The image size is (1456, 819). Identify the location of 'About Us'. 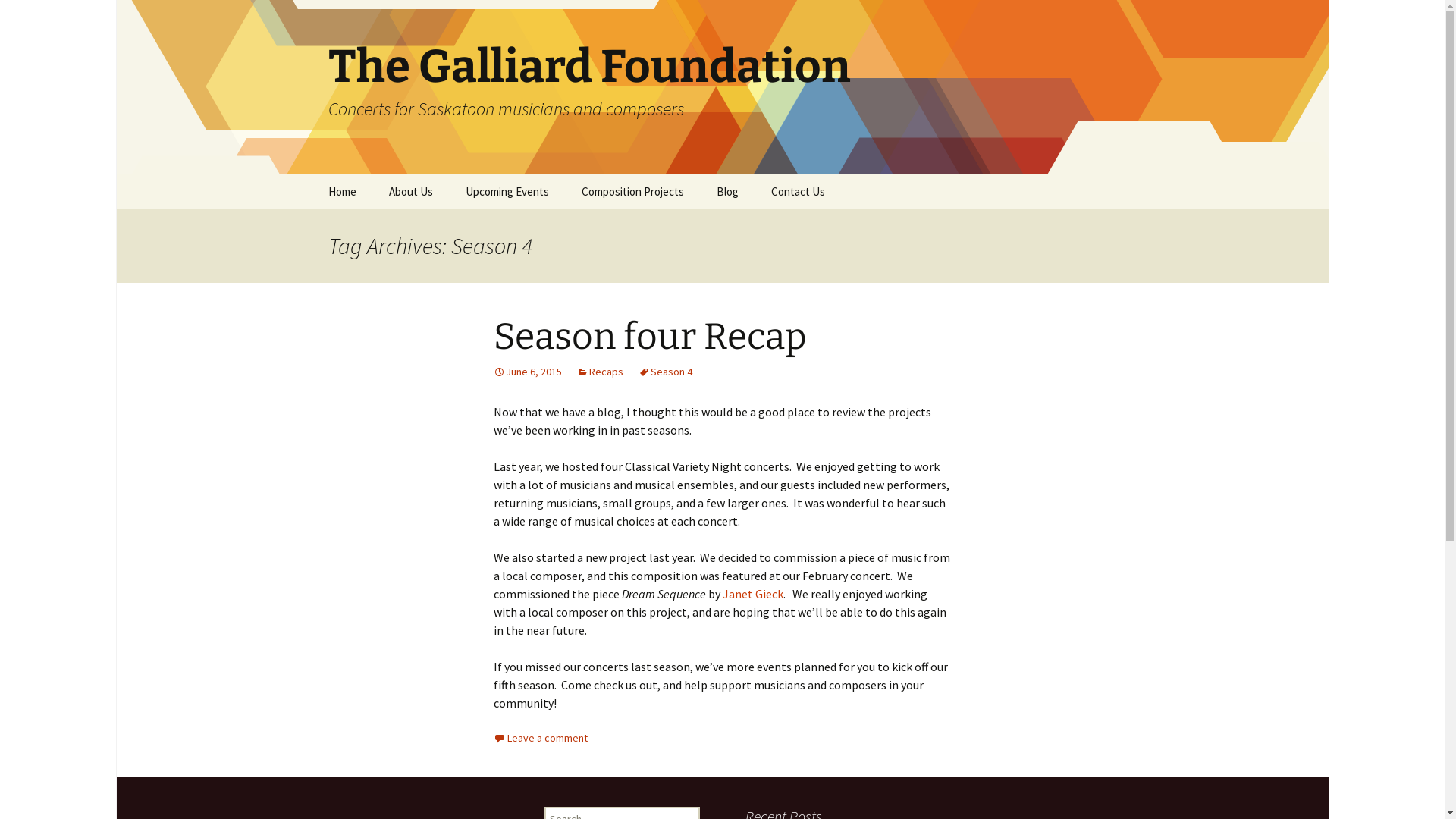
(372, 190).